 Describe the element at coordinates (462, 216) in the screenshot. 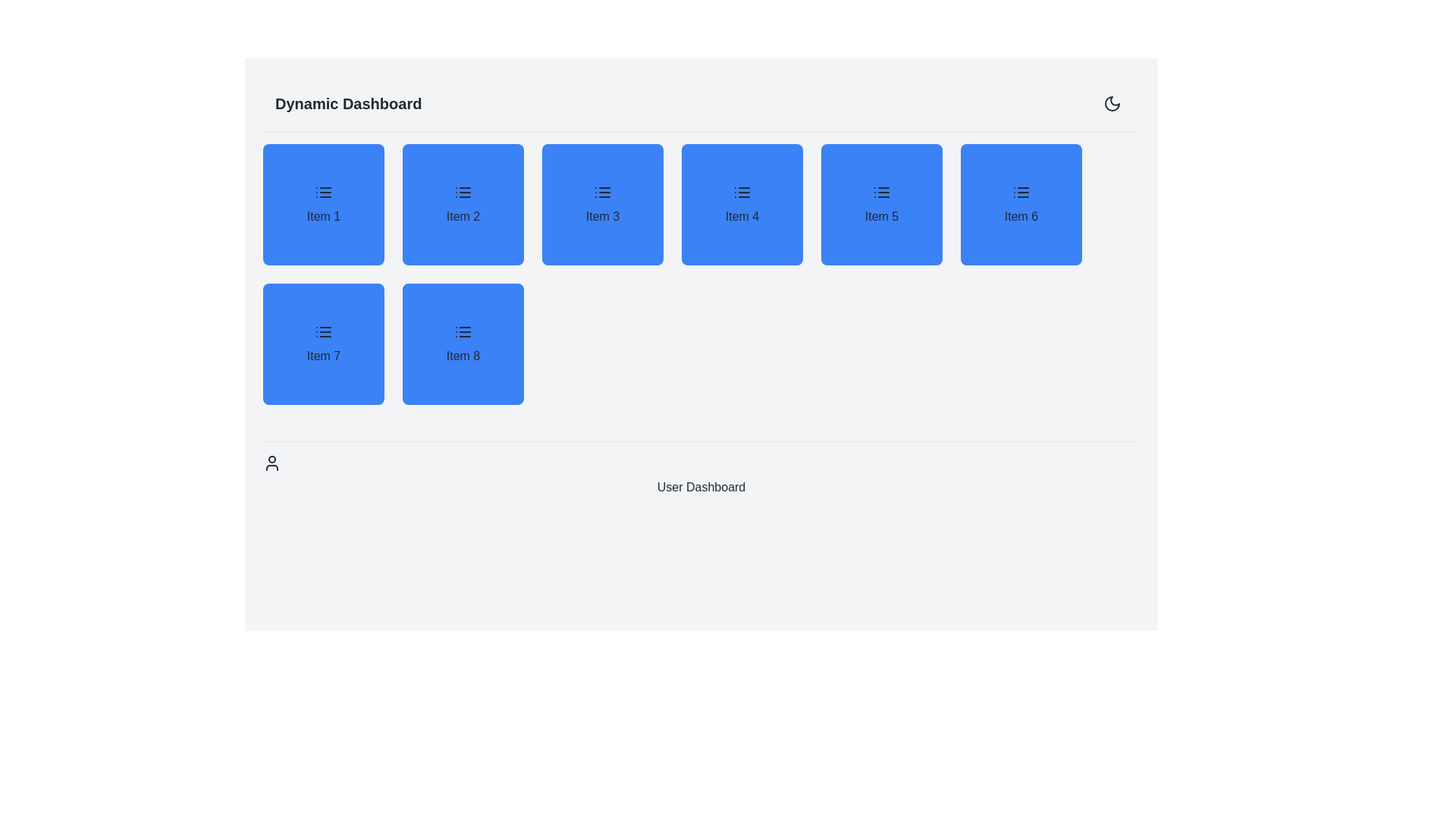

I see `the Static Text Label displaying 'Item 2' within the second blue tile in the top row of the dashboard interface` at that location.